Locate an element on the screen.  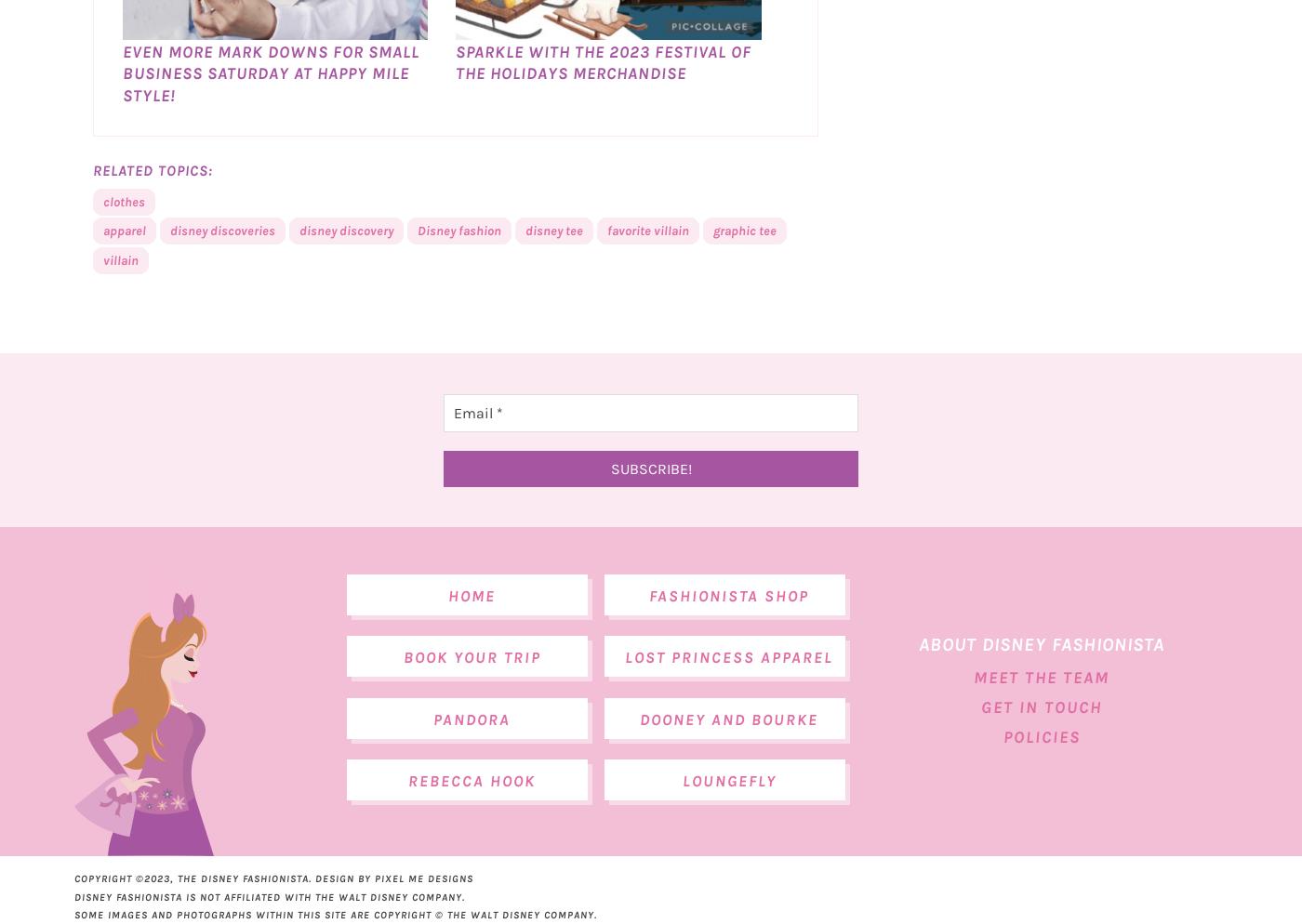
'Rebecca Hook' is located at coordinates (472, 822).